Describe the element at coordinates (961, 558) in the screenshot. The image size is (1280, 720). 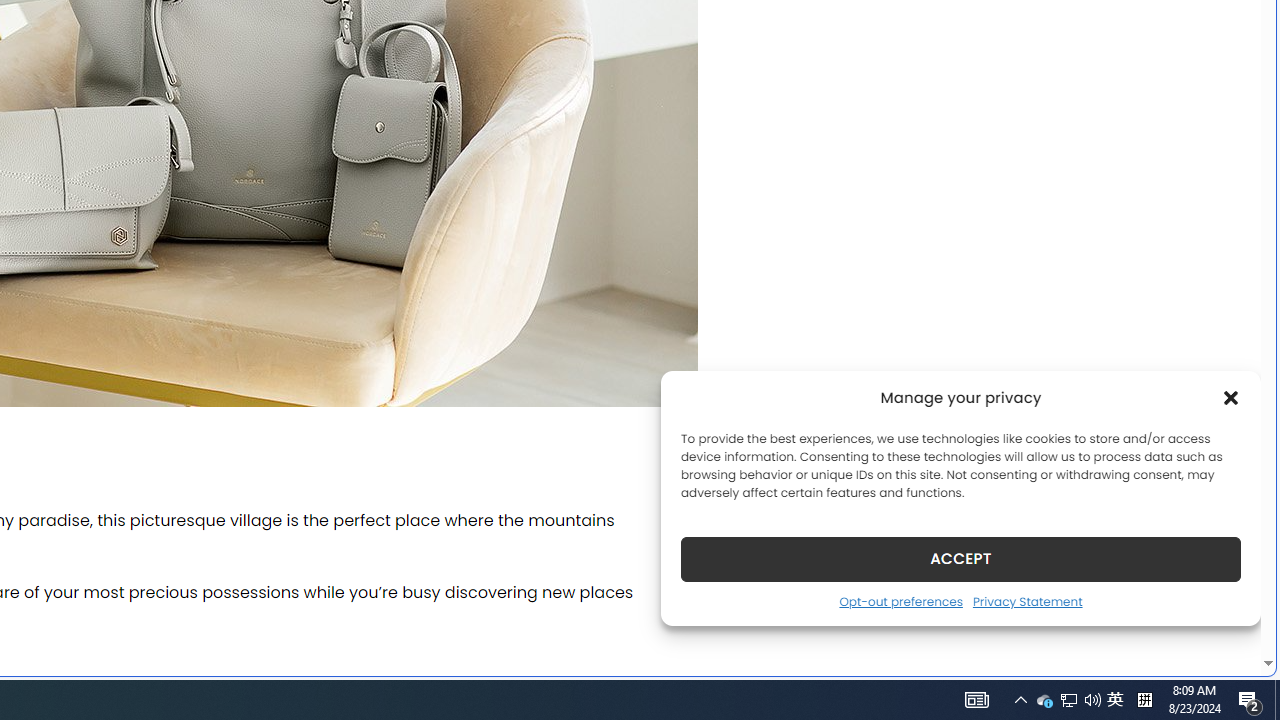
I see `'ACCEPT'` at that location.